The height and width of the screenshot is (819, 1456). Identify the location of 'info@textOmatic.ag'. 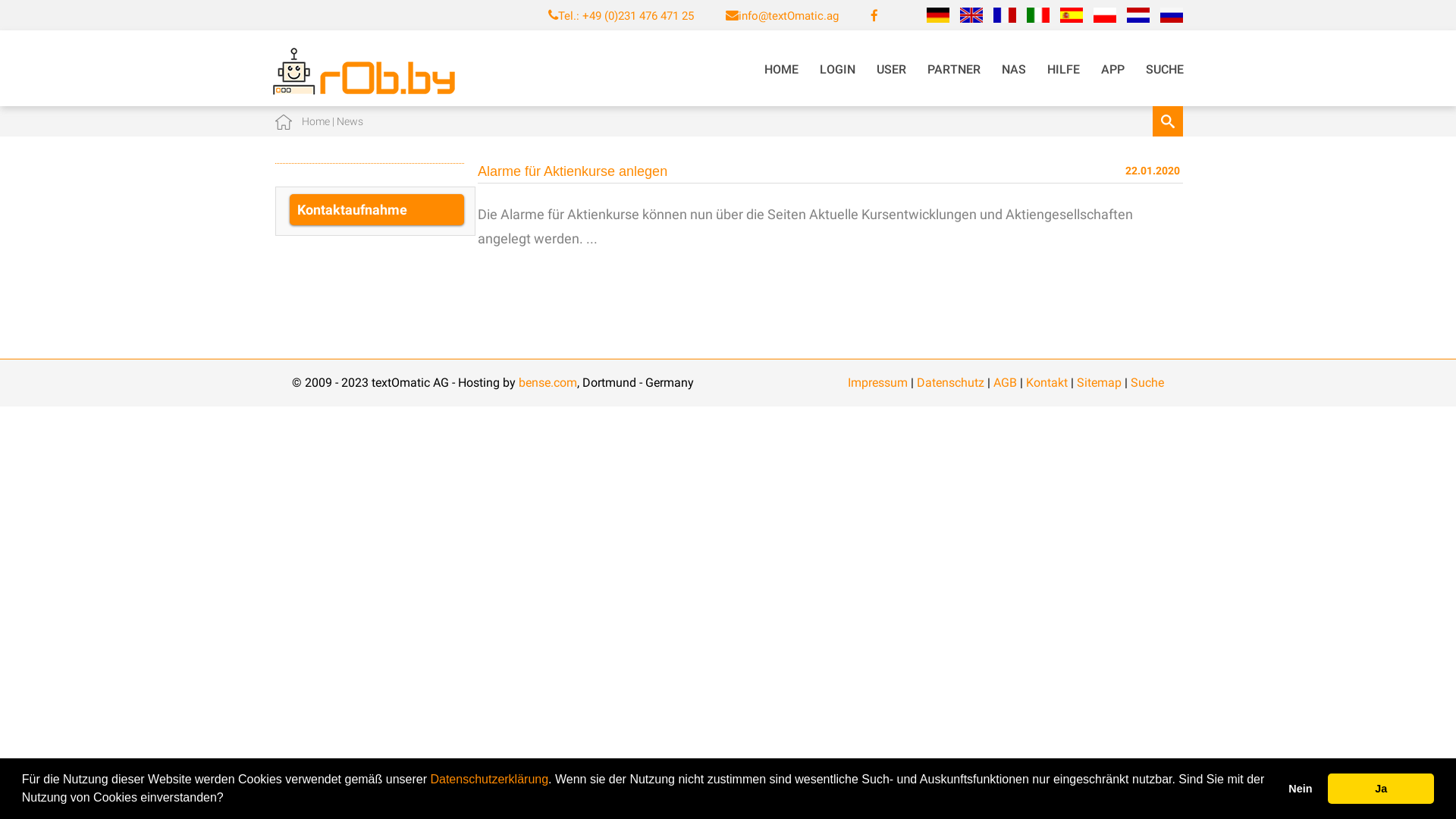
(789, 15).